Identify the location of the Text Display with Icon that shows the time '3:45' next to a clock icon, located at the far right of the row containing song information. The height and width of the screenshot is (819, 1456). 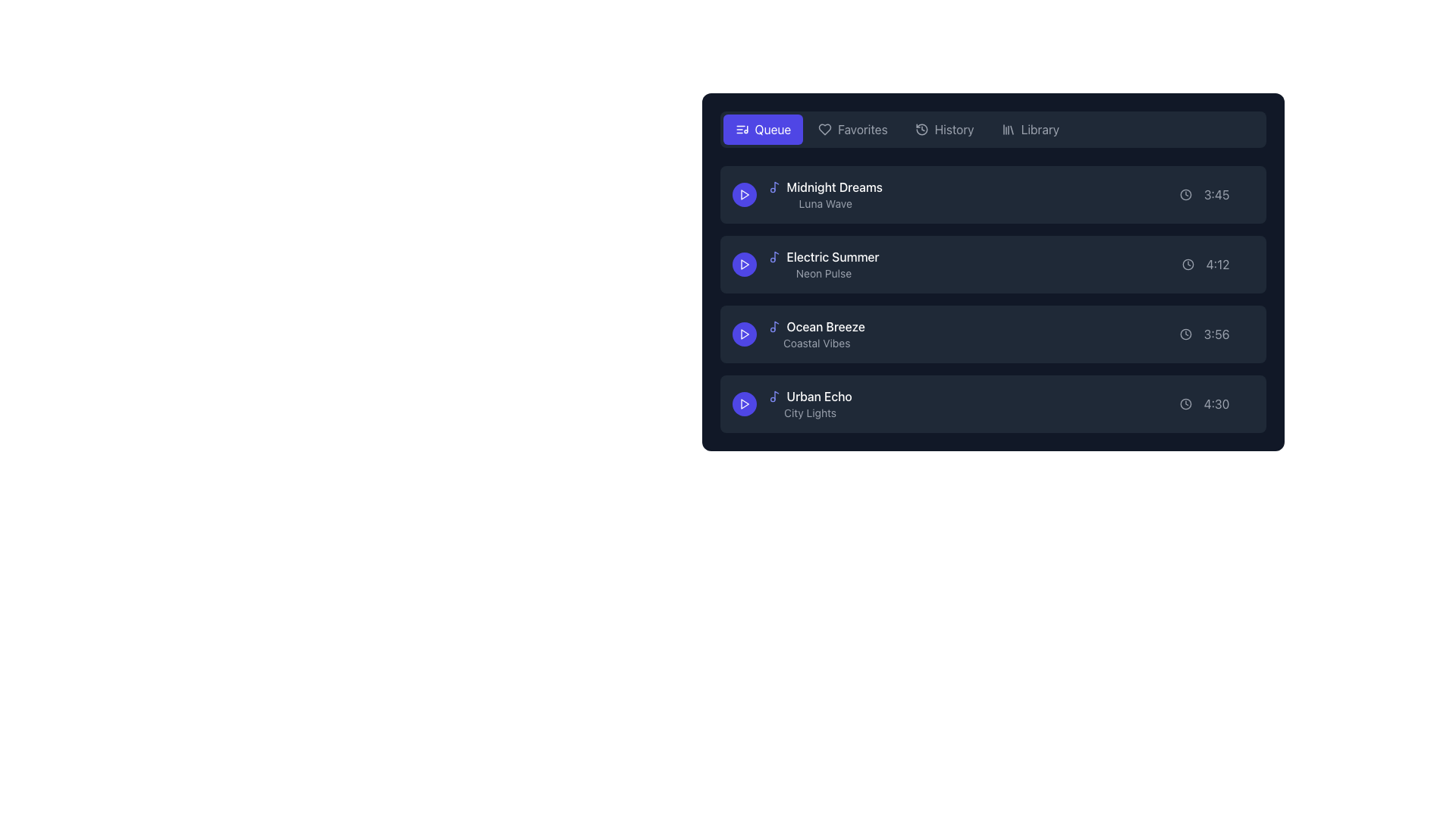
(1216, 194).